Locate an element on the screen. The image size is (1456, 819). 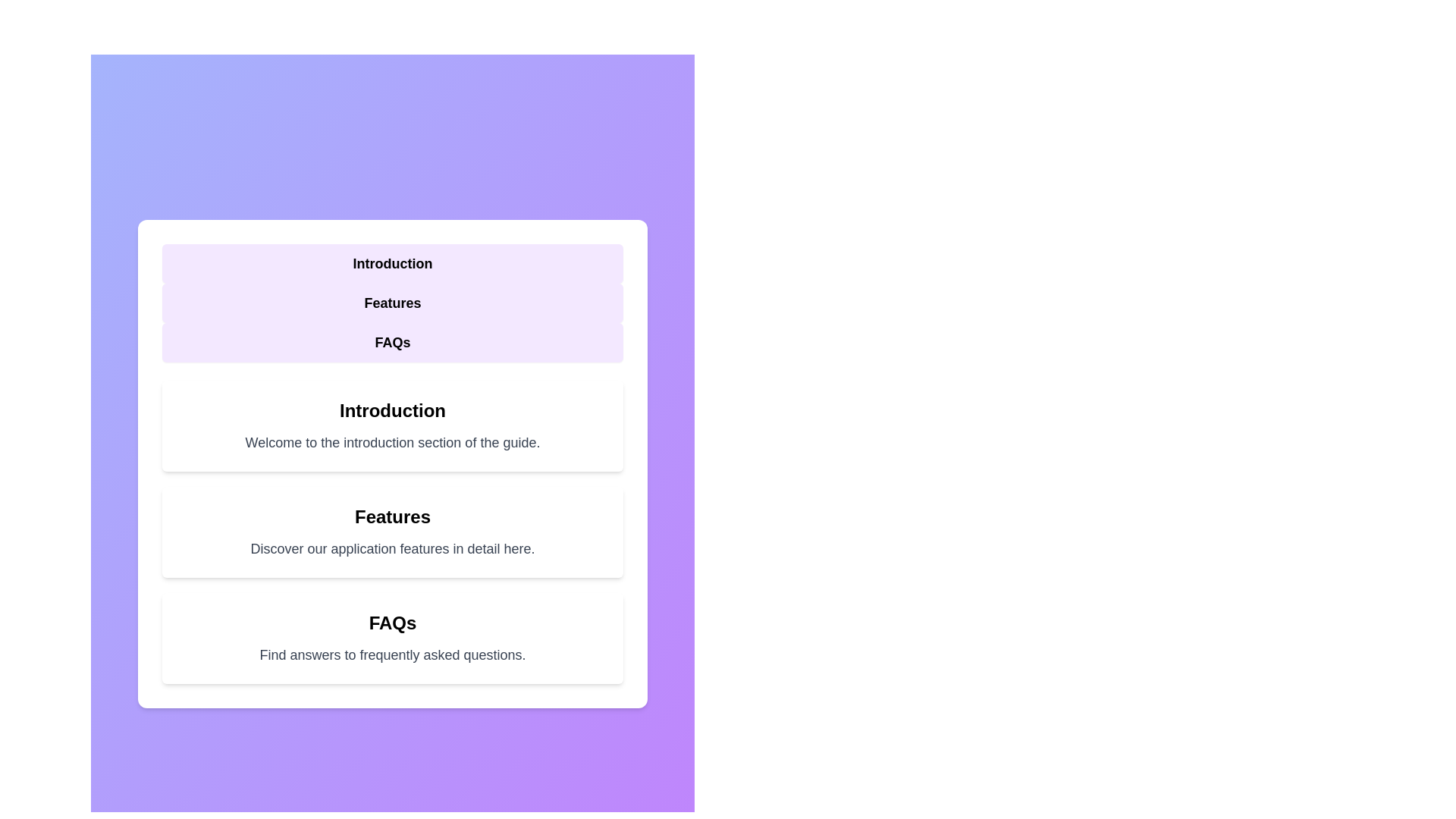
the 'Introduction' navigation button, which is the first of three vertically arranged buttons is located at coordinates (393, 262).